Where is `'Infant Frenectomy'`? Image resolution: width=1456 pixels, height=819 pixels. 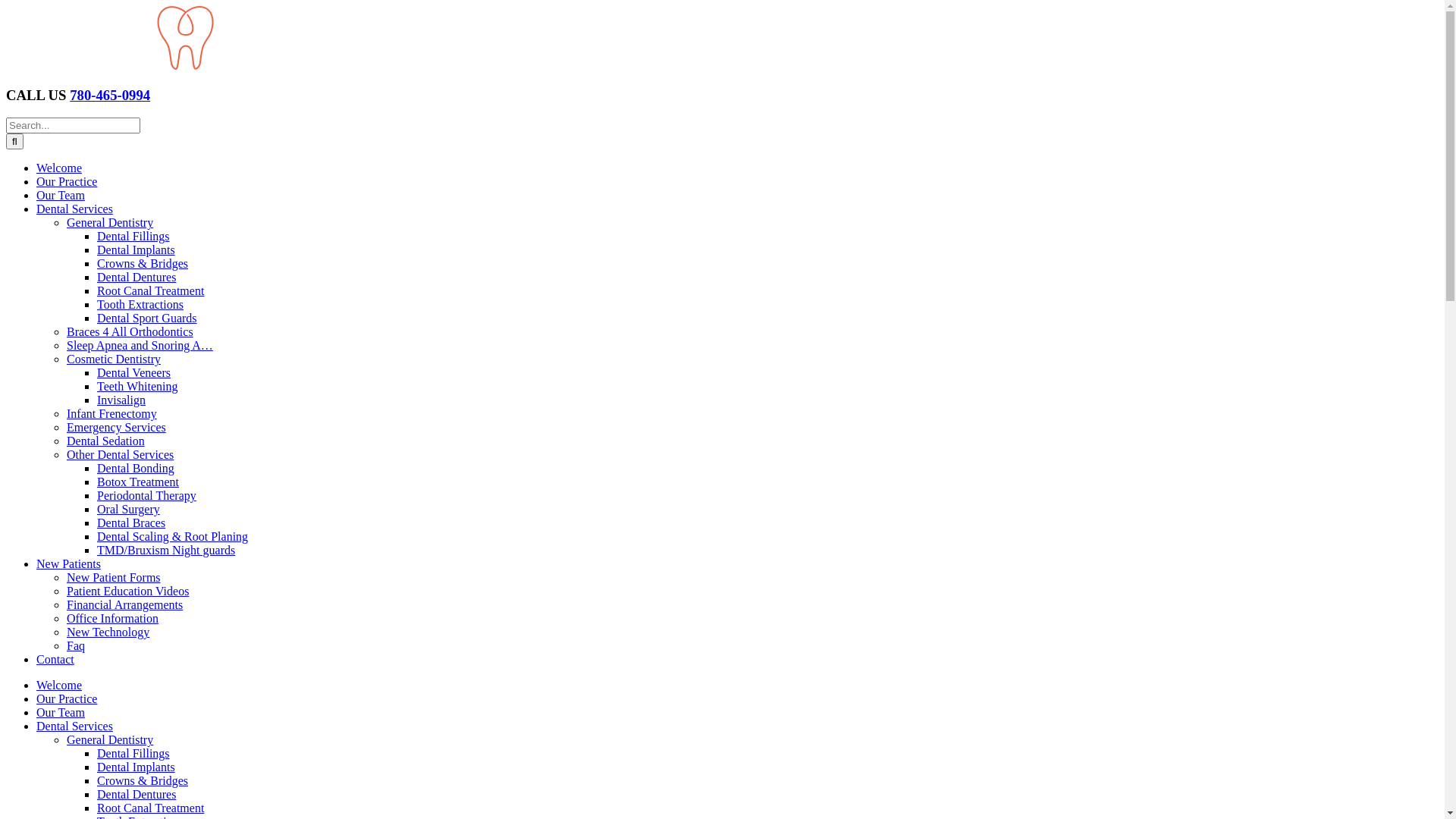 'Infant Frenectomy' is located at coordinates (111, 413).